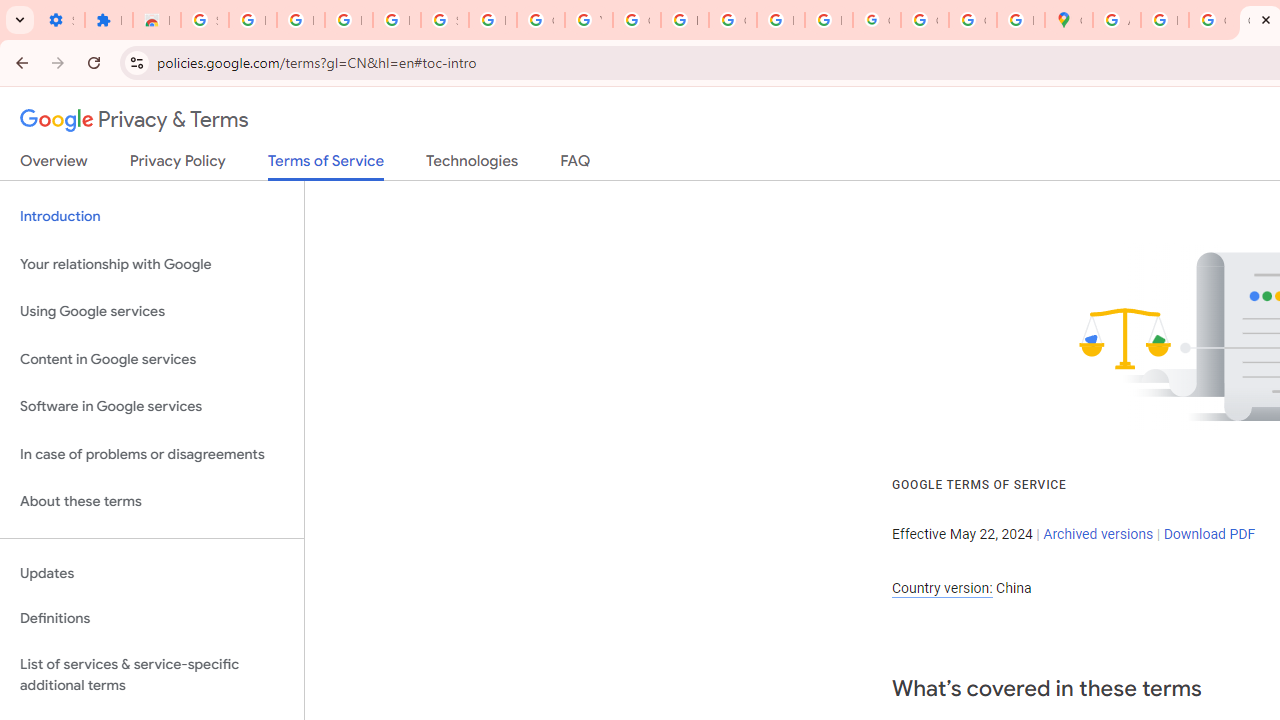  I want to click on 'Reviews: Helix Fruit Jump Arcade Game', so click(155, 20).